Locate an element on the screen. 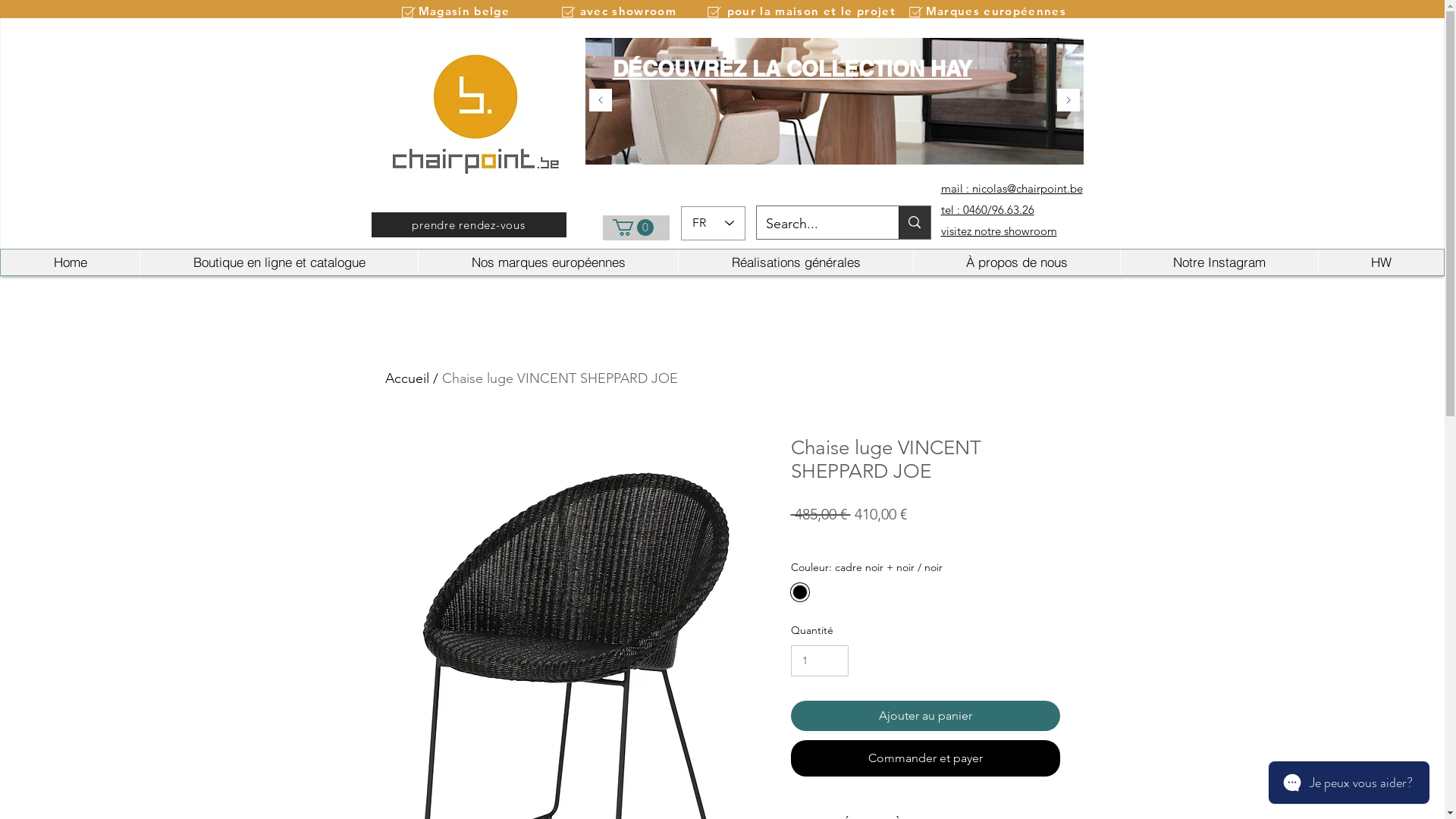 The width and height of the screenshot is (1456, 819). 'prendre rendez-vous' is located at coordinates (468, 224).